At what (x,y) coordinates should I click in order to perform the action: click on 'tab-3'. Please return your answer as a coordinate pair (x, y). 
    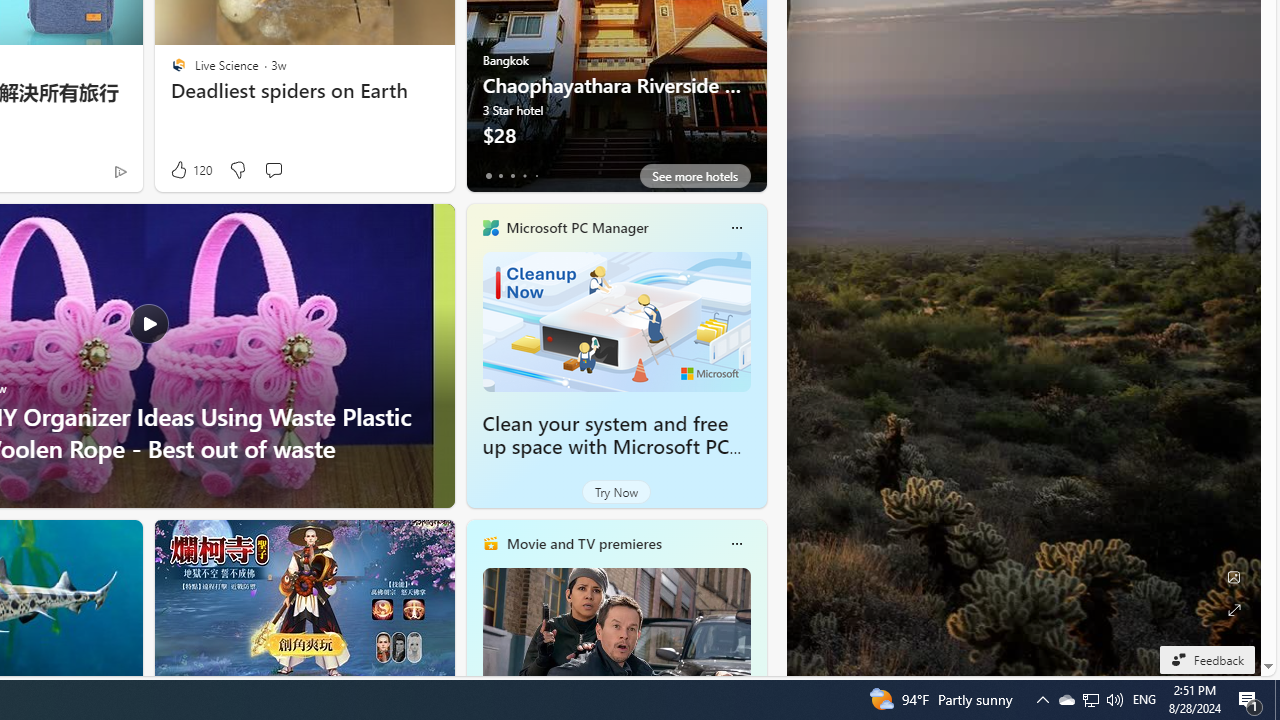
    Looking at the image, I should click on (524, 175).